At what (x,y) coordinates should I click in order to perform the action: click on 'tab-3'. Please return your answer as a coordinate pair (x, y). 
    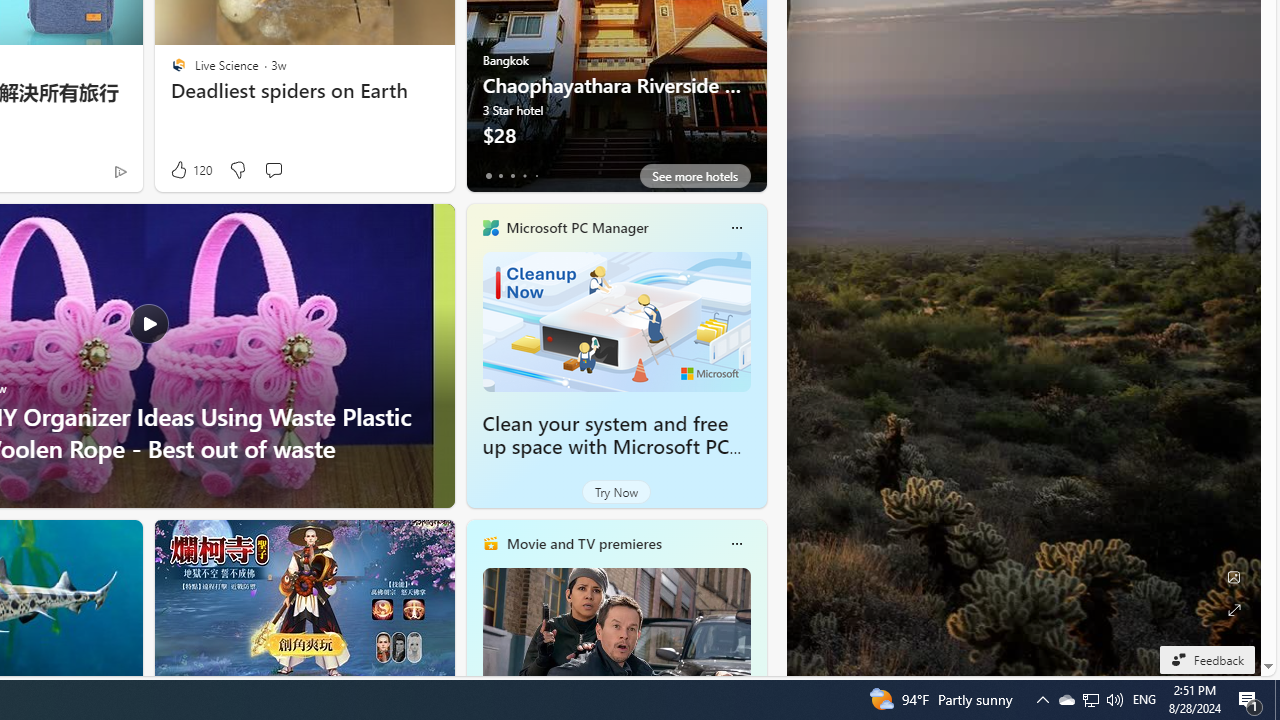
    Looking at the image, I should click on (524, 175).